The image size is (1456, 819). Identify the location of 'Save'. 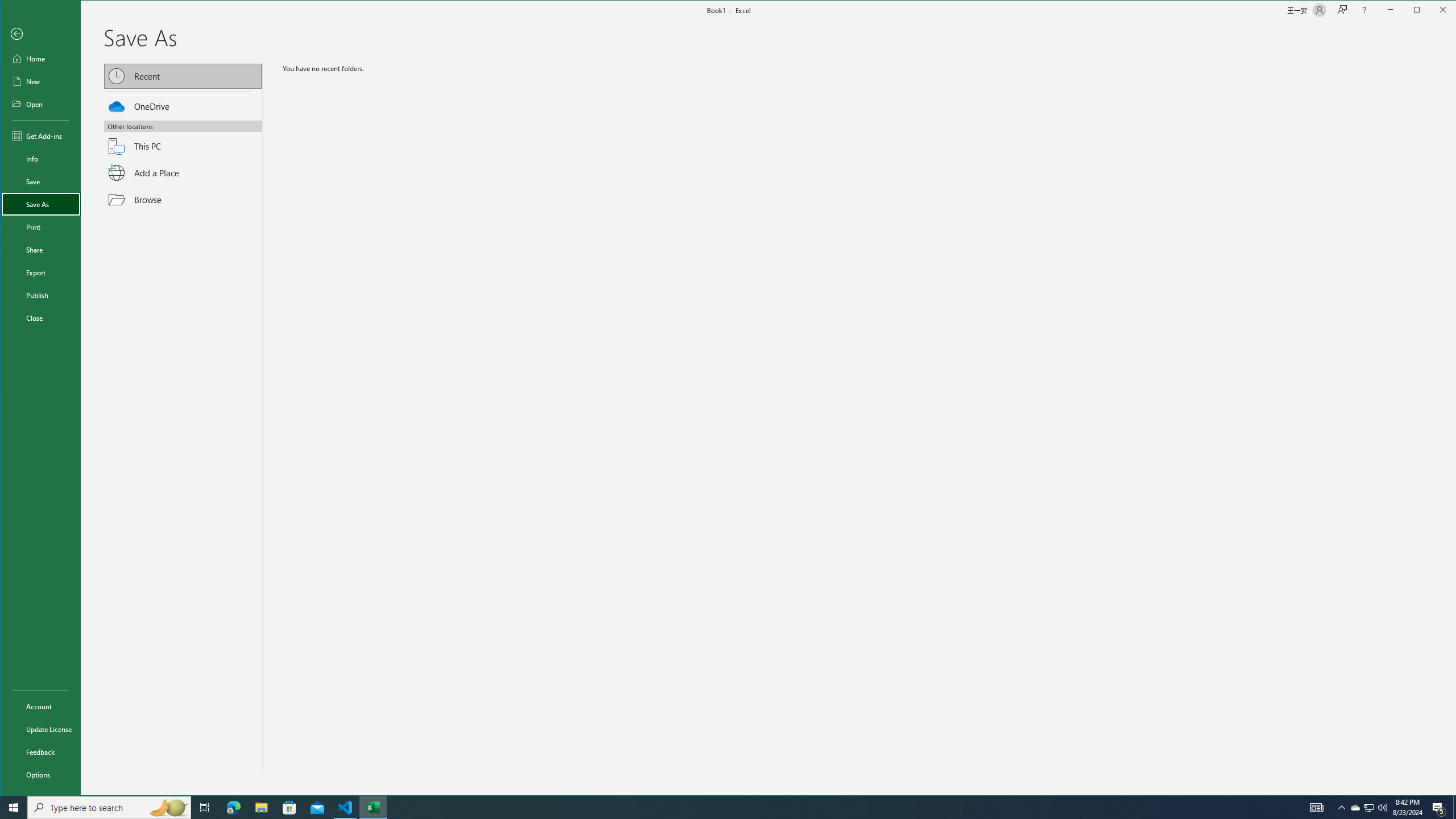
(40, 180).